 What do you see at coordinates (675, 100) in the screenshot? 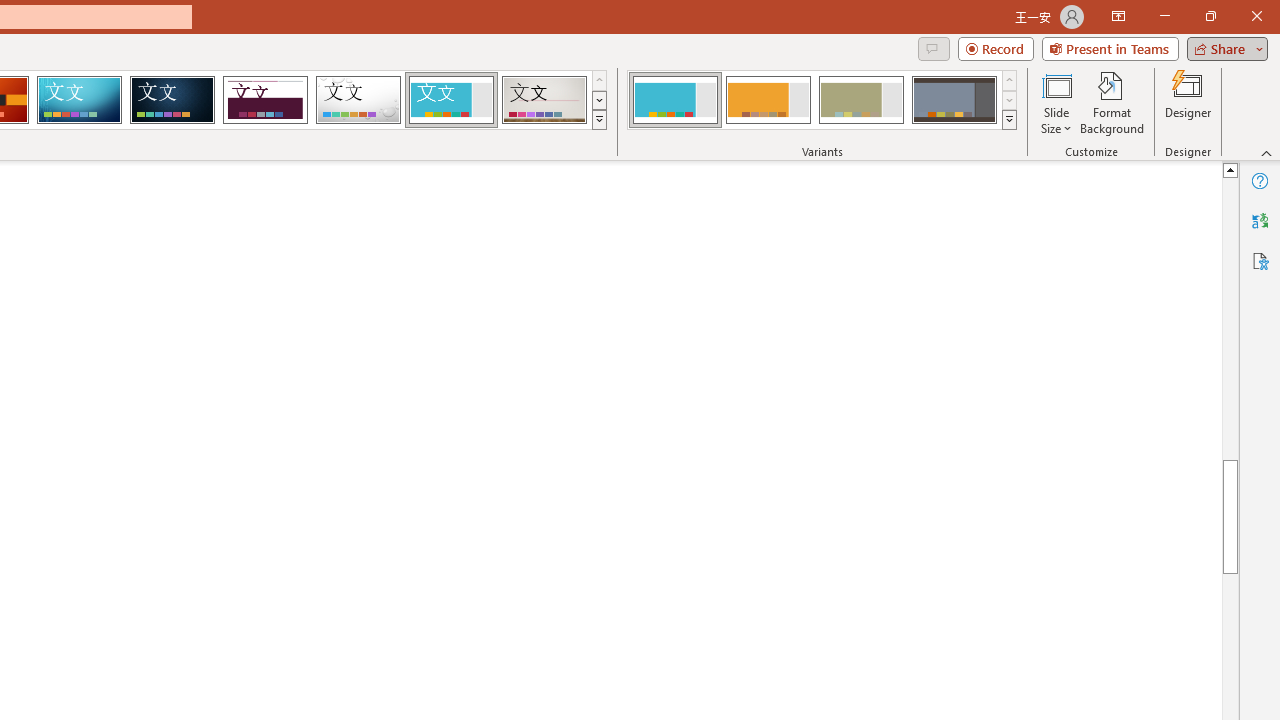
I see `'Frame Variant 1'` at bounding box center [675, 100].